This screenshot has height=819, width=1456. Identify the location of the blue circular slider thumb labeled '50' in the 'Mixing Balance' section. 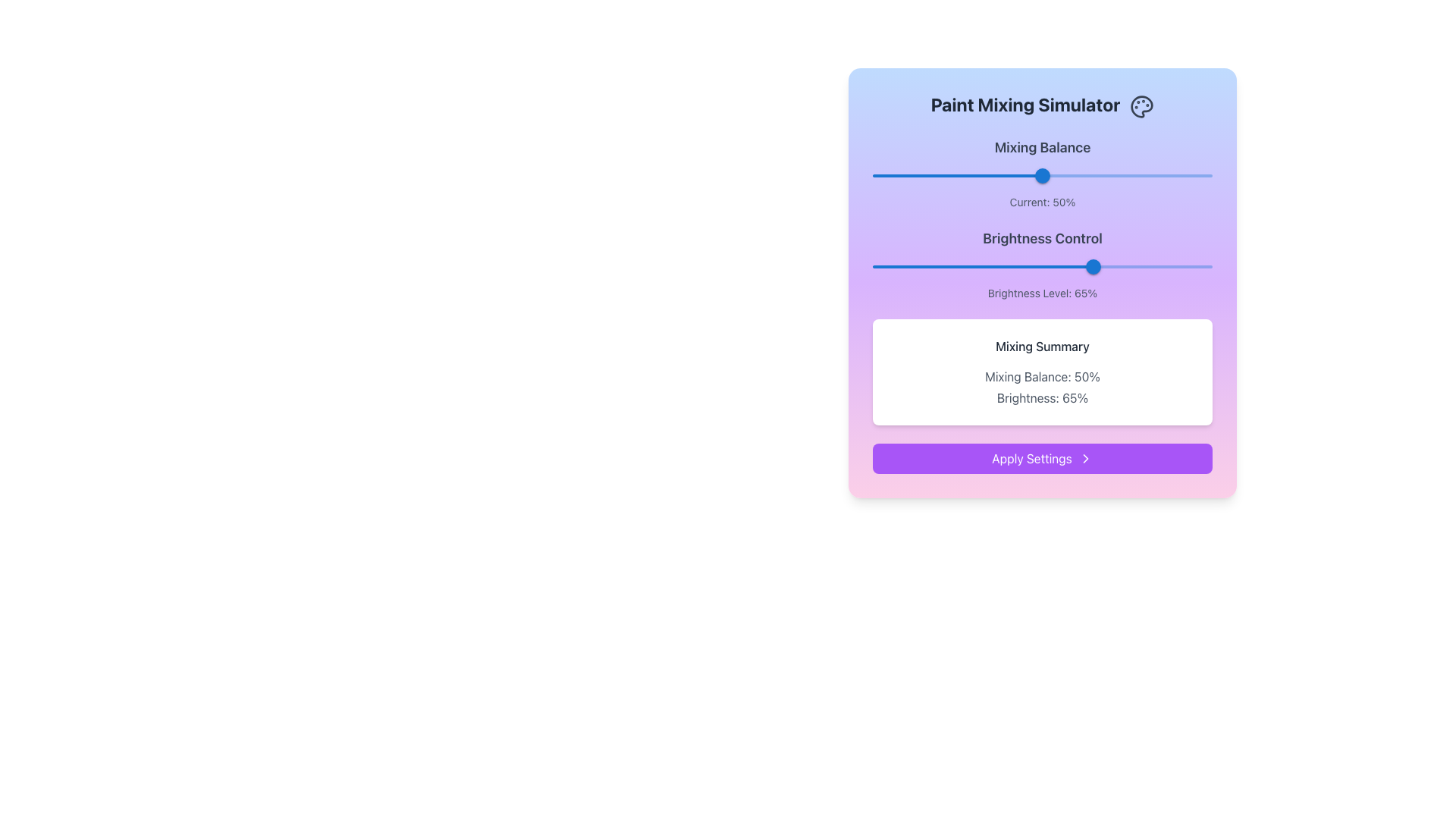
(1041, 174).